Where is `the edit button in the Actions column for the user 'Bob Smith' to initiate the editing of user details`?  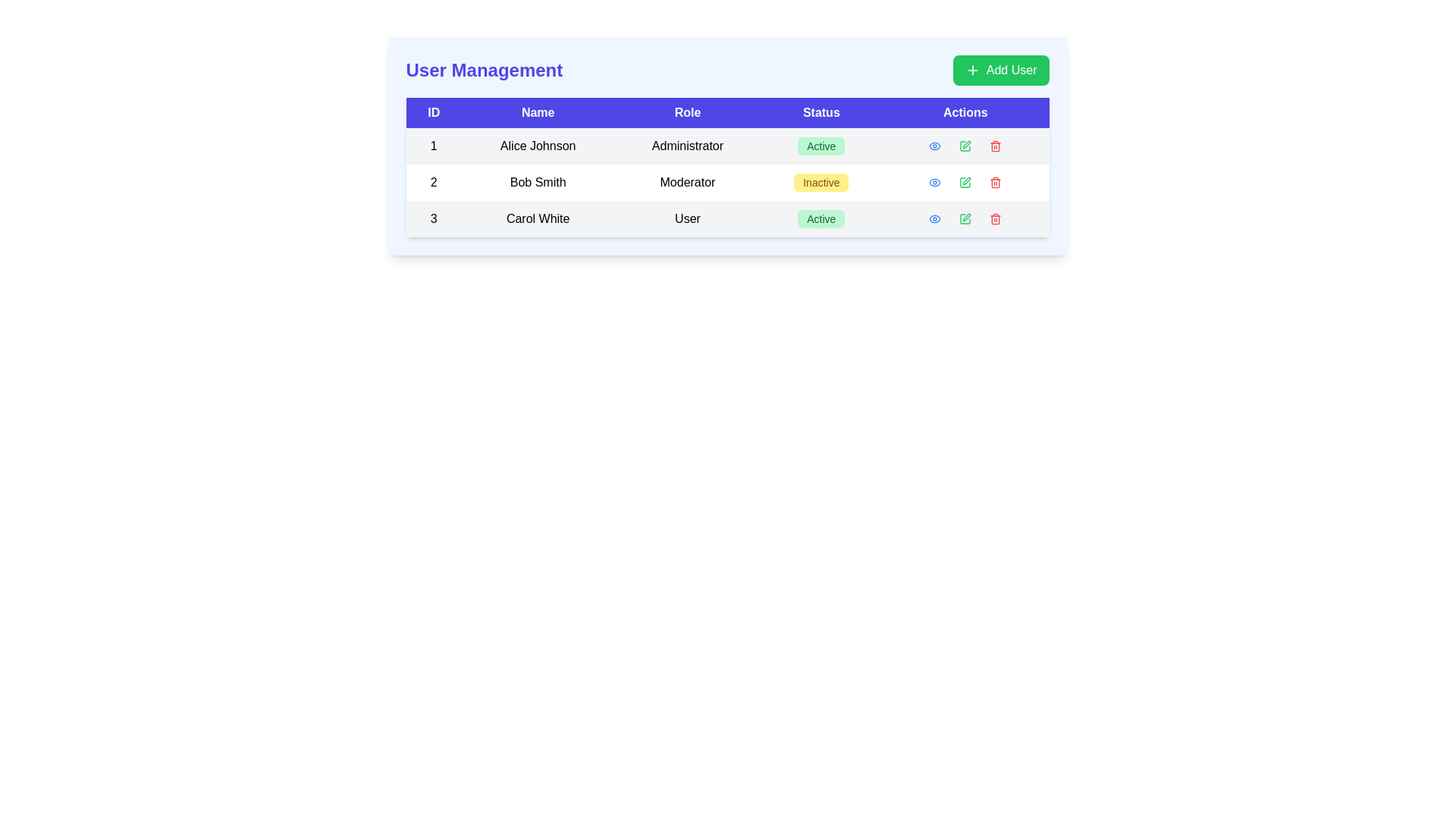
the edit button in the Actions column for the user 'Bob Smith' to initiate the editing of user details is located at coordinates (964, 146).